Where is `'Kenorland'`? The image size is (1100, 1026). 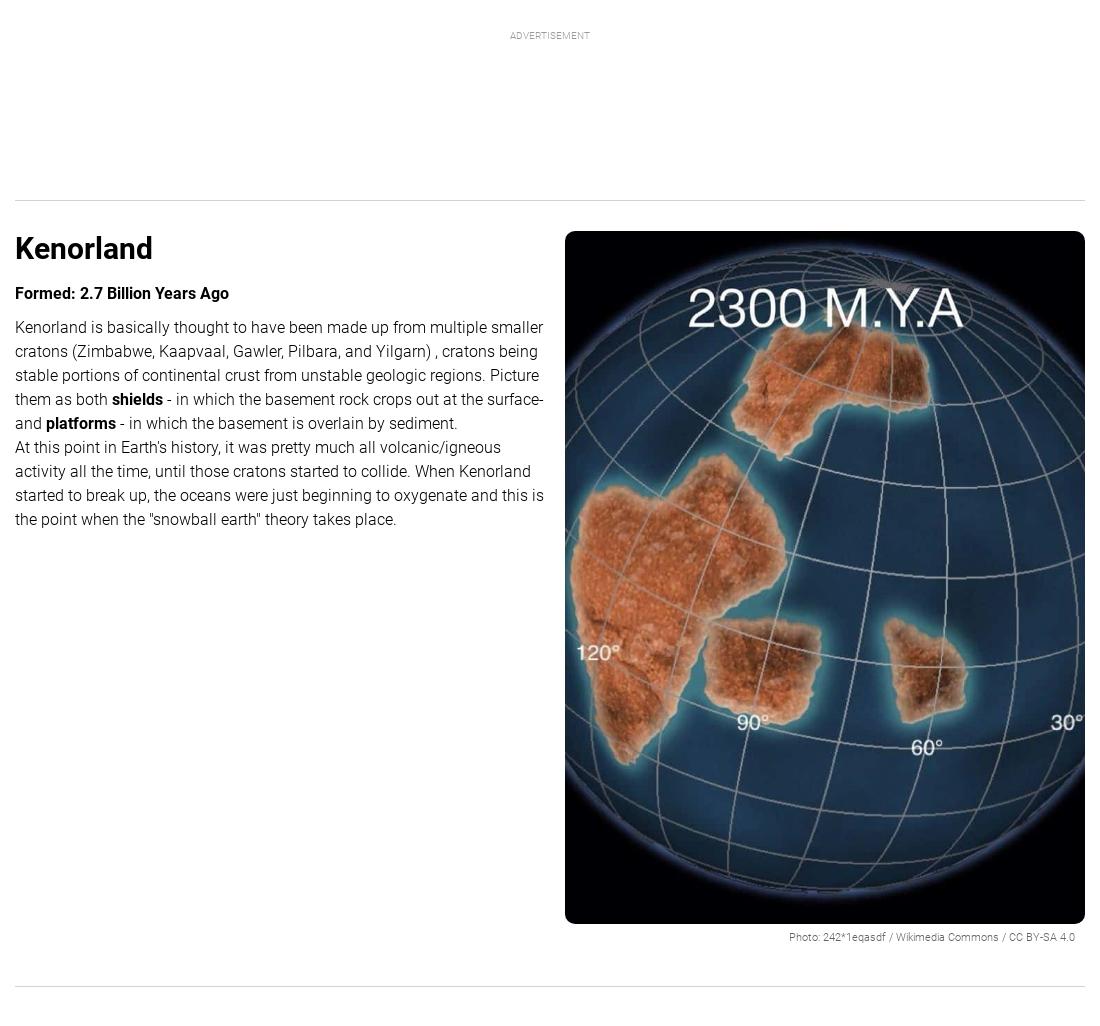 'Kenorland' is located at coordinates (84, 247).